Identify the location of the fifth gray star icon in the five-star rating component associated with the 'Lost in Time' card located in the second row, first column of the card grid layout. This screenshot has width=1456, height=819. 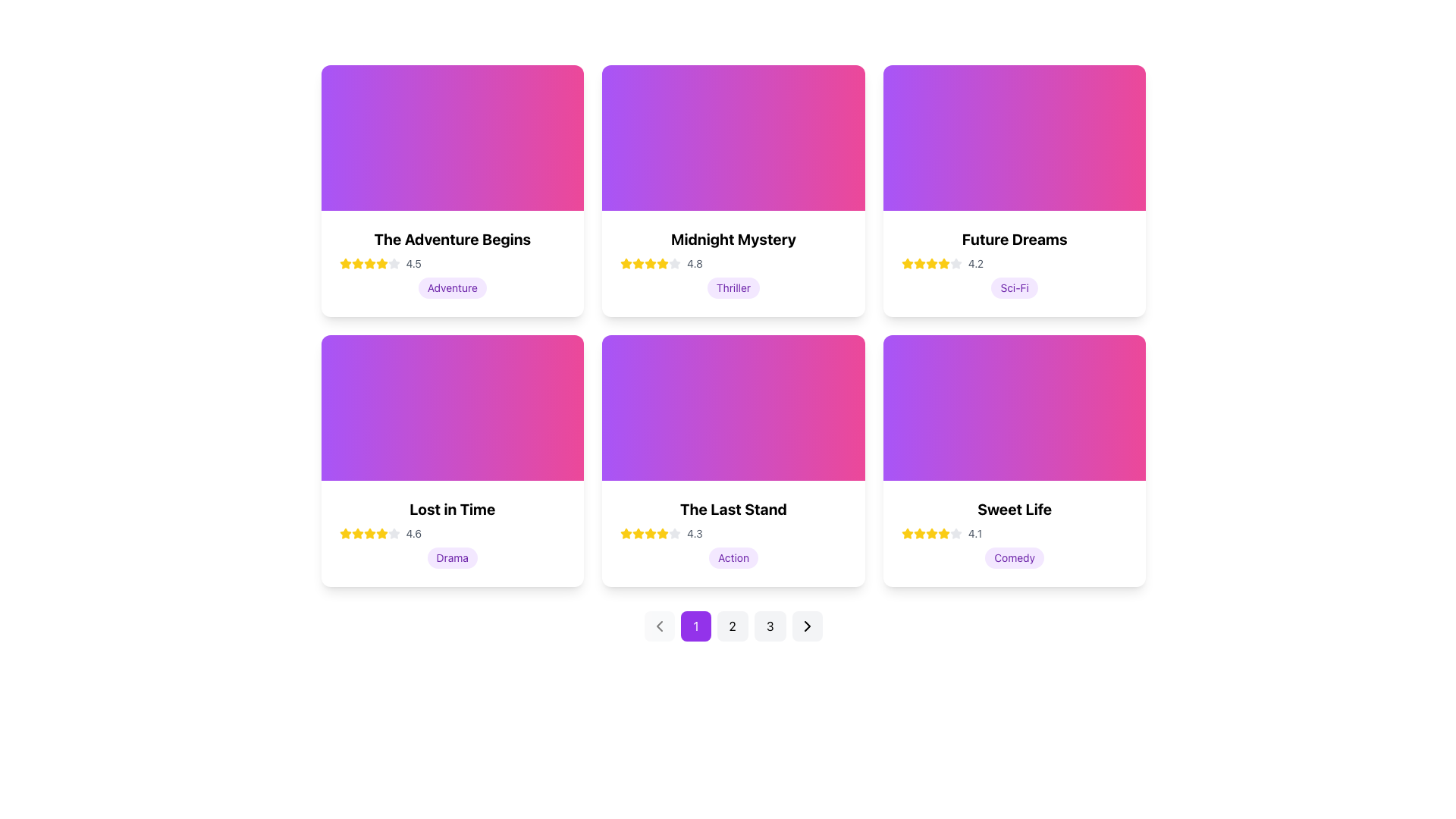
(394, 533).